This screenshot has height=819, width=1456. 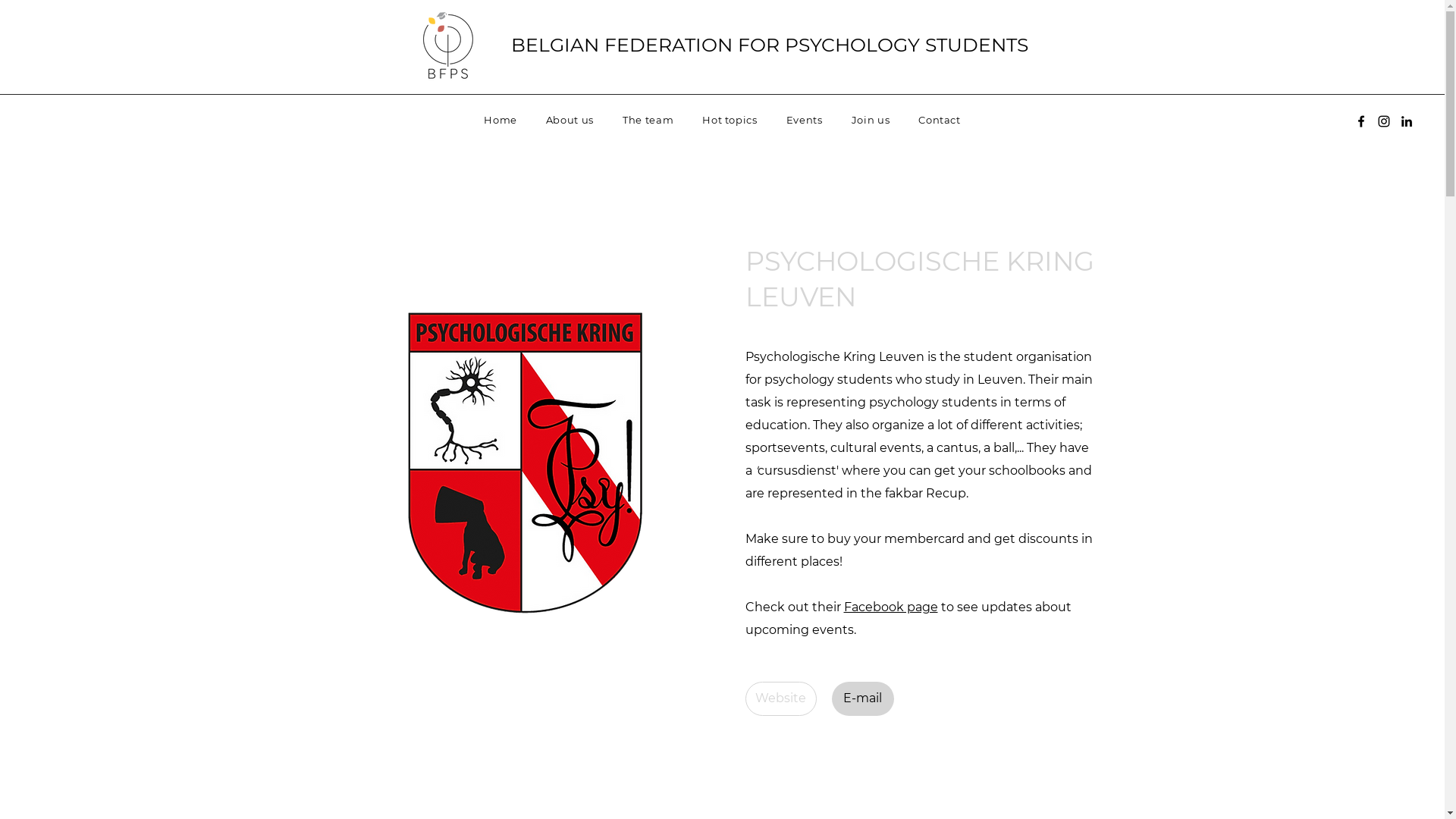 What do you see at coordinates (648, 119) in the screenshot?
I see `'The team'` at bounding box center [648, 119].